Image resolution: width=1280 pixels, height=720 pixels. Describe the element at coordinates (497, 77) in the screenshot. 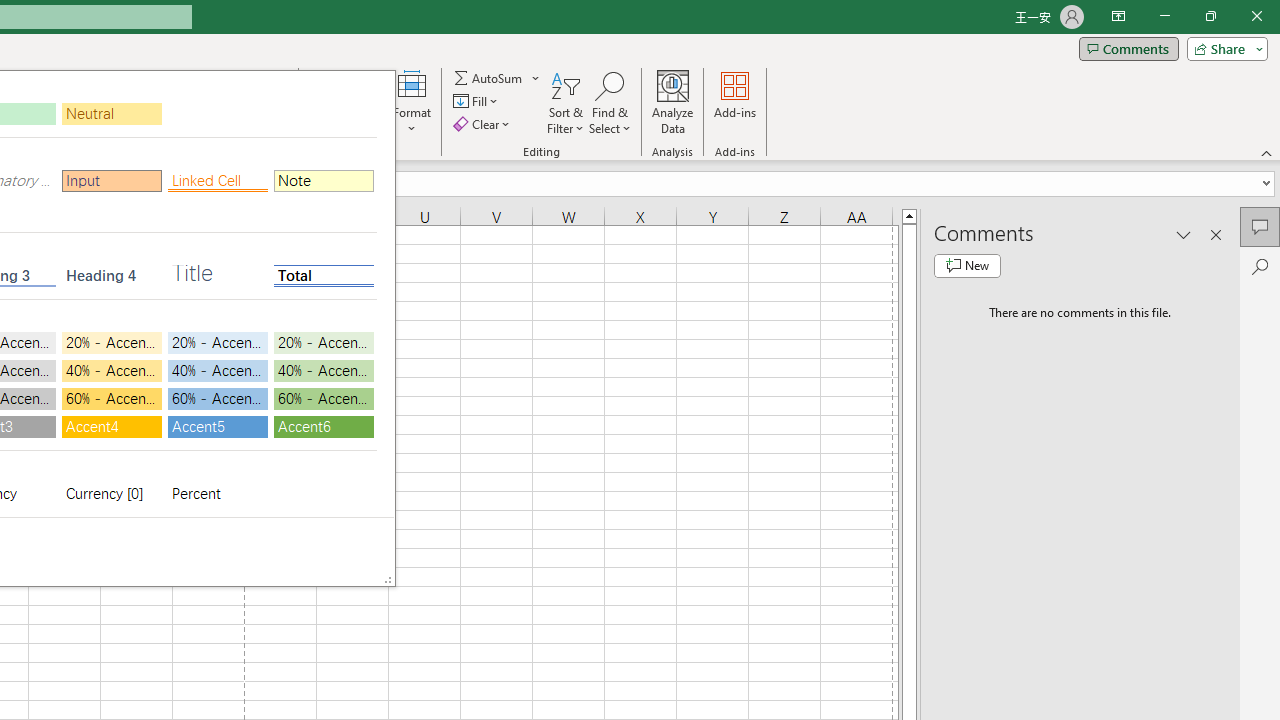

I see `'AutoSum'` at that location.